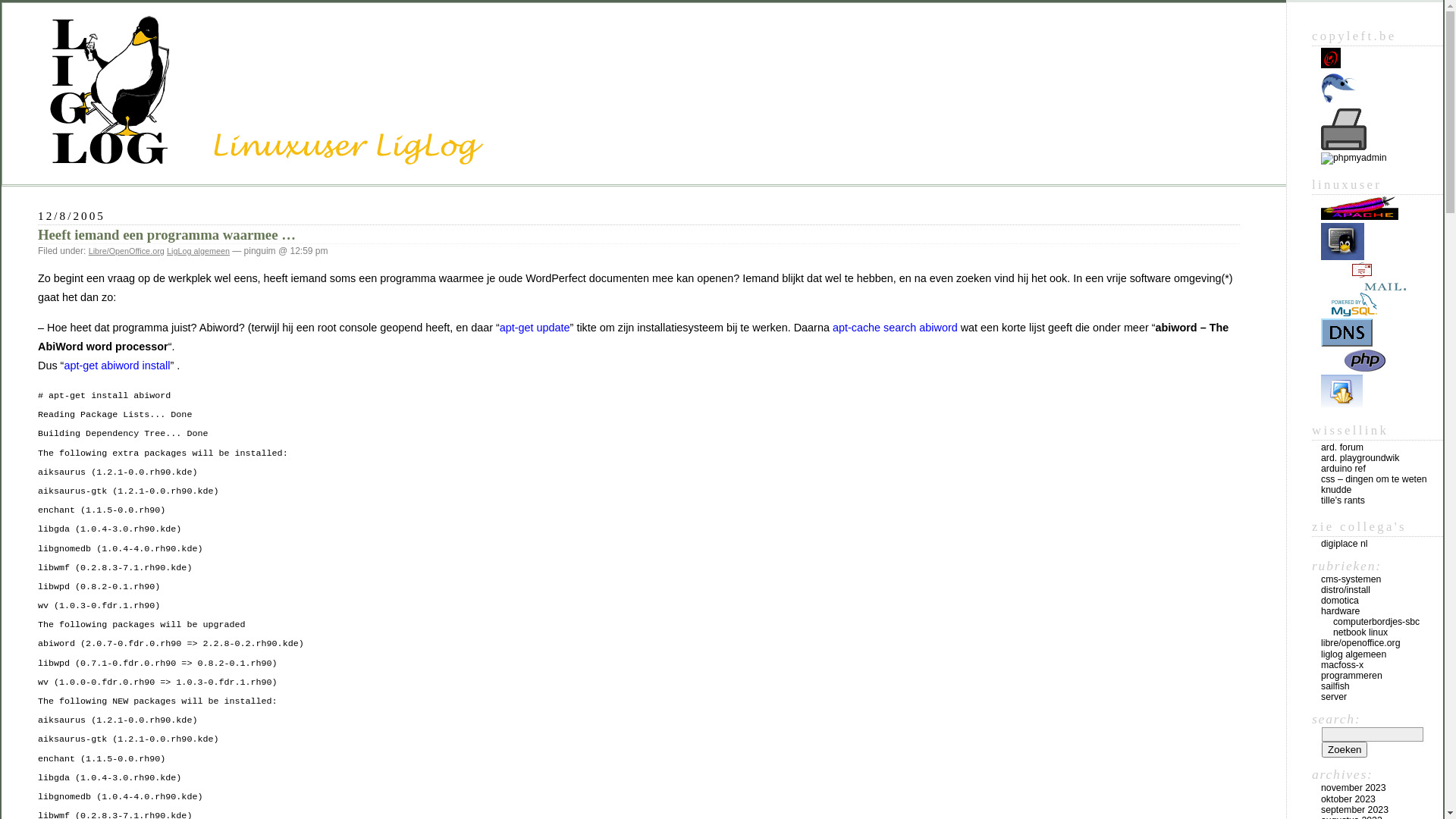  Describe the element at coordinates (1351, 579) in the screenshot. I see `'cms-systemen'` at that location.